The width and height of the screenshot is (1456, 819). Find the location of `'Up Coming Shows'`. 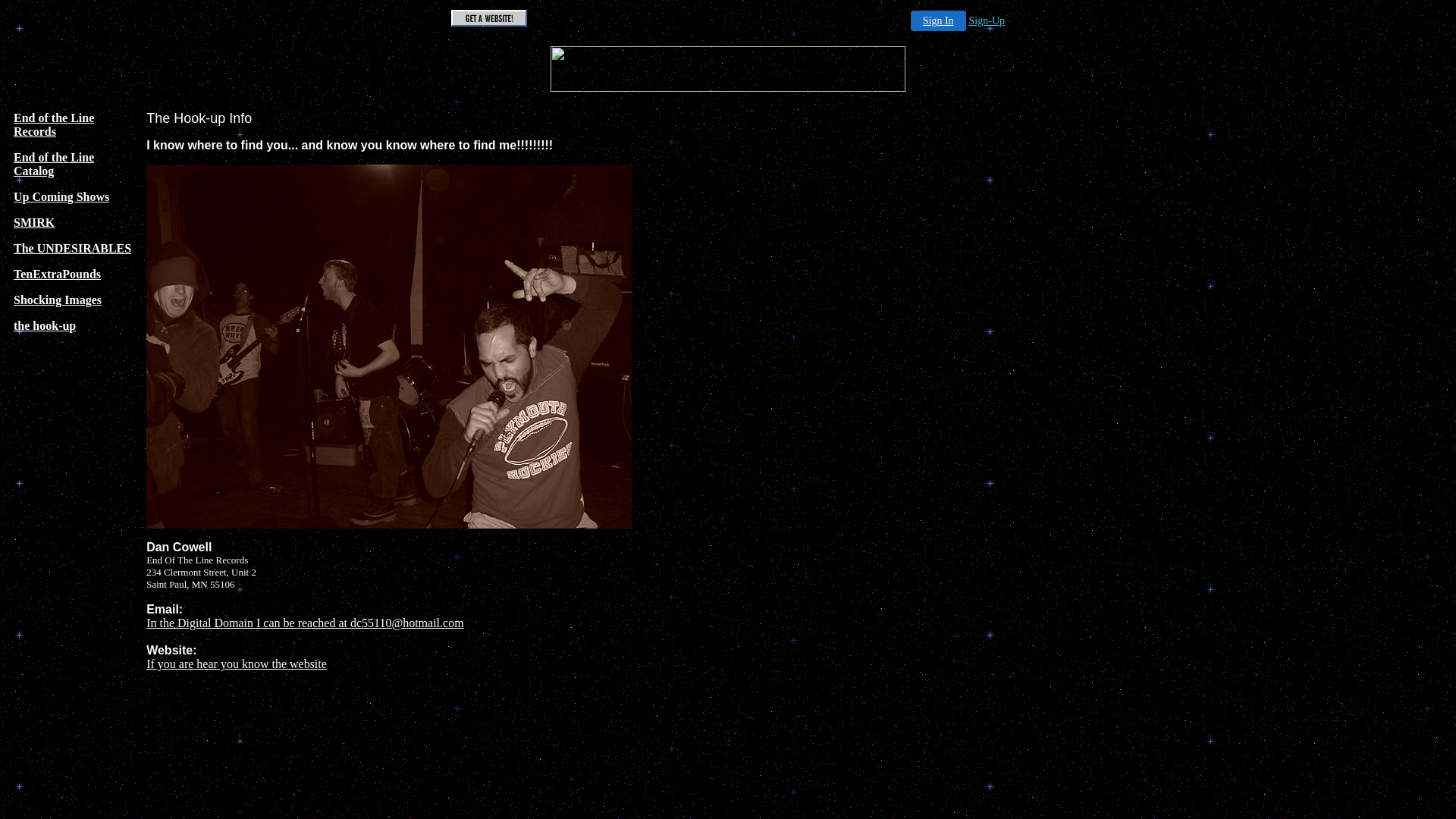

'Up Coming Shows' is located at coordinates (61, 196).